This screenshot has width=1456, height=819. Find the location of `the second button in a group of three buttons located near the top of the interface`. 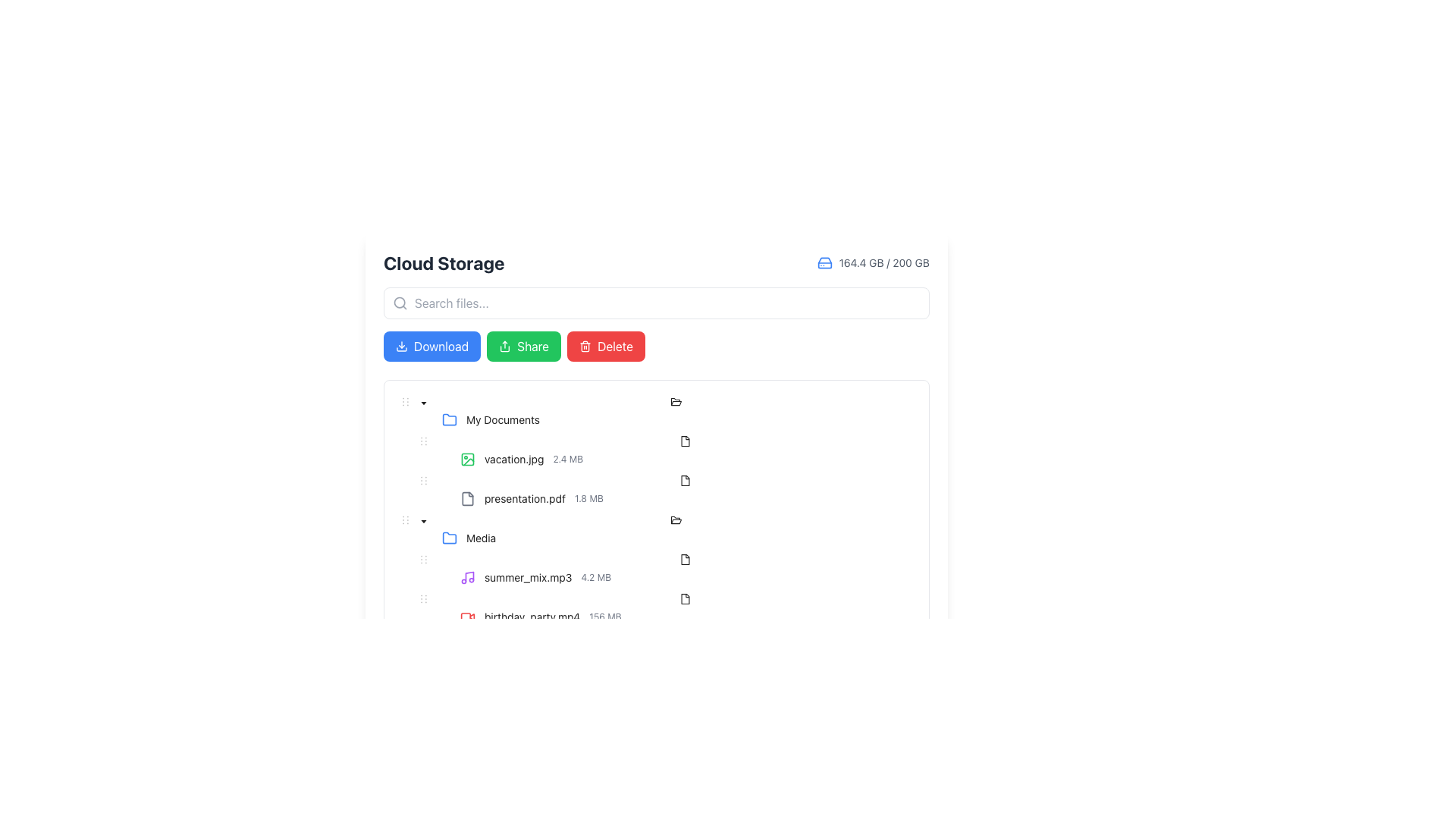

the second button in a group of three buttons located near the top of the interface is located at coordinates (524, 346).